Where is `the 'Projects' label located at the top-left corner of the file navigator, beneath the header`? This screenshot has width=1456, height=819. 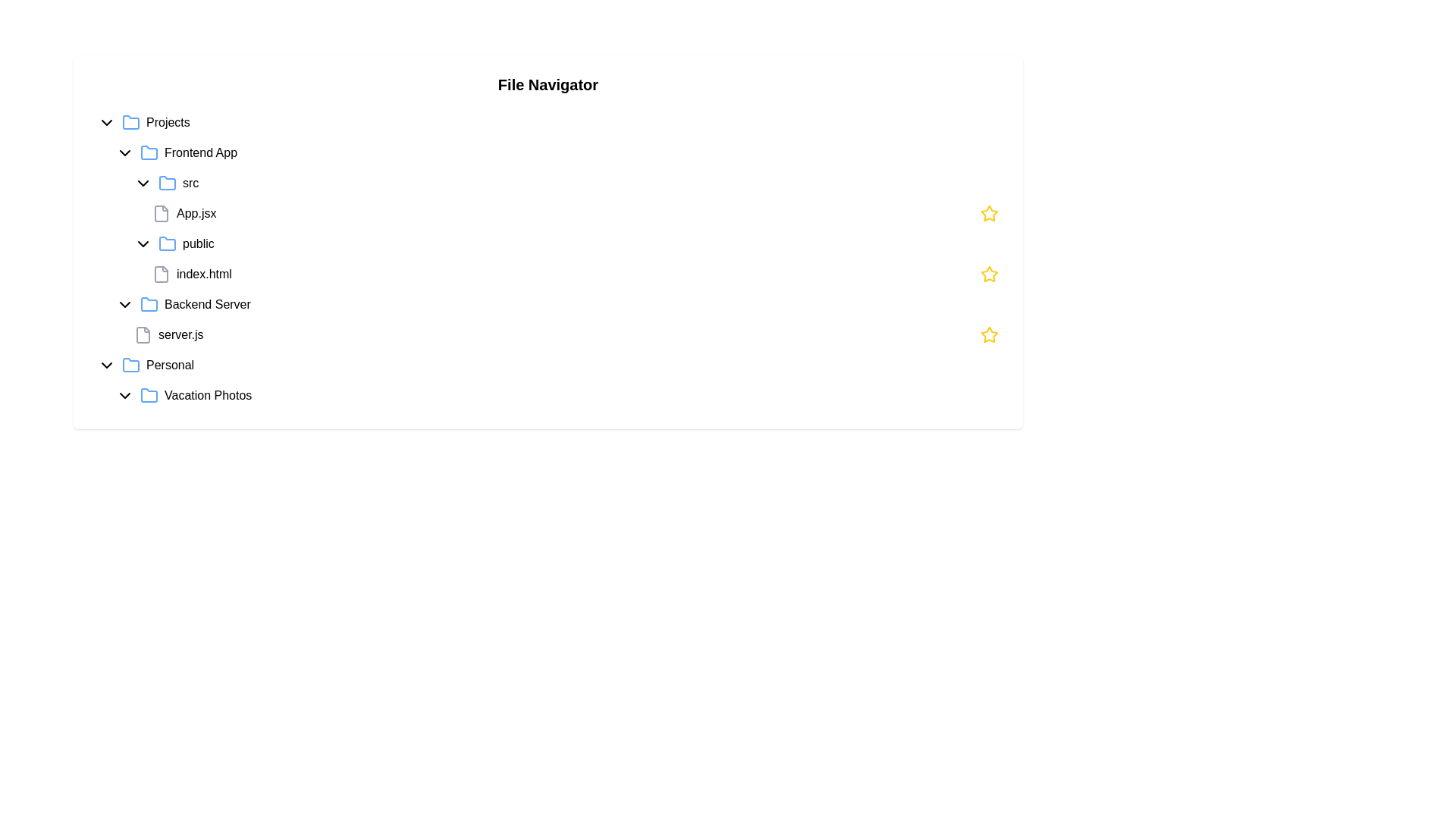 the 'Projects' label located at the top-left corner of the file navigator, beneath the header is located at coordinates (168, 122).